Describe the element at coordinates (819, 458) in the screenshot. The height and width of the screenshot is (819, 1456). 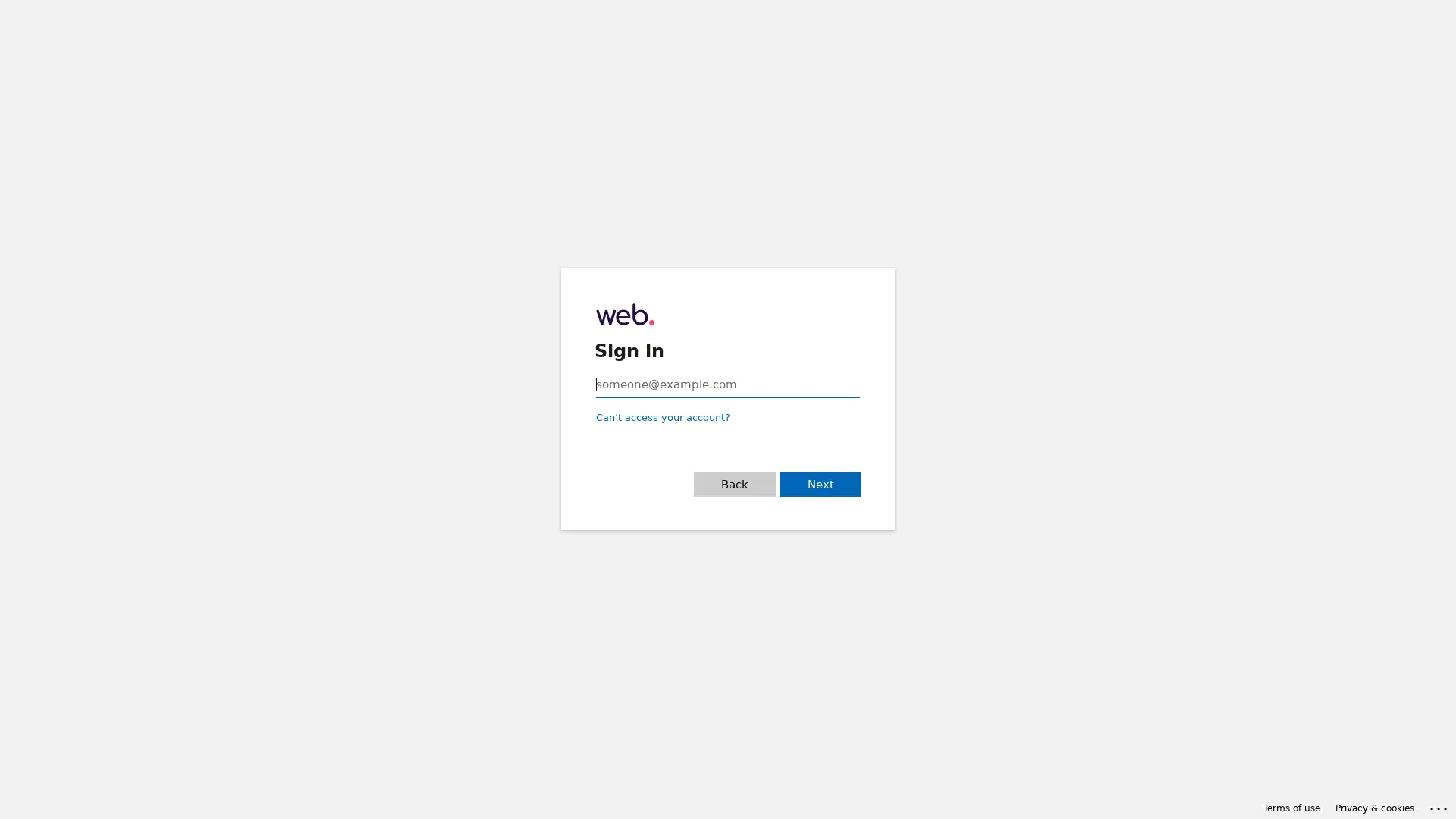
I see `Next` at that location.